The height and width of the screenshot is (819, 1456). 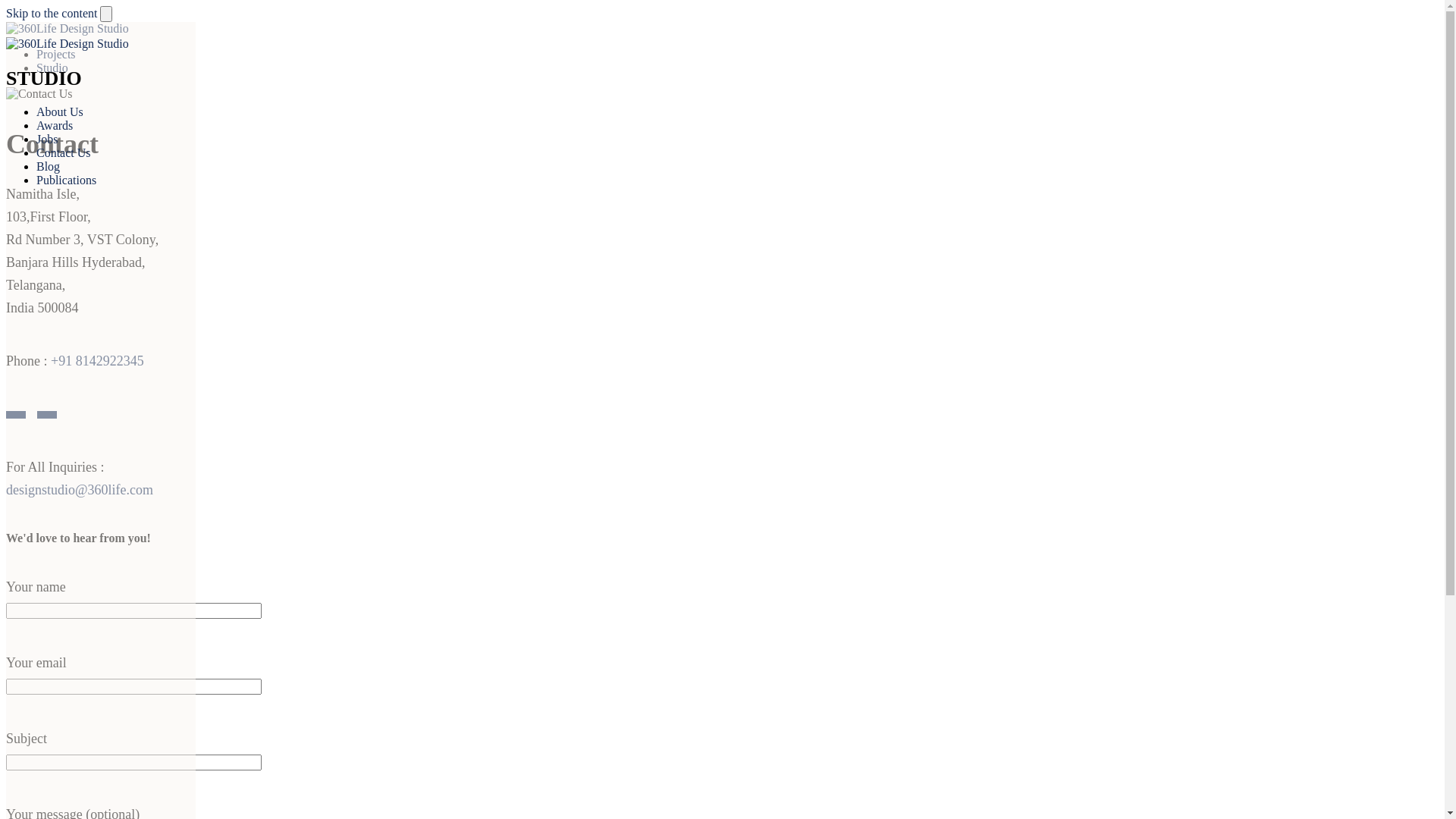 What do you see at coordinates (47, 139) in the screenshot?
I see `'Jobs'` at bounding box center [47, 139].